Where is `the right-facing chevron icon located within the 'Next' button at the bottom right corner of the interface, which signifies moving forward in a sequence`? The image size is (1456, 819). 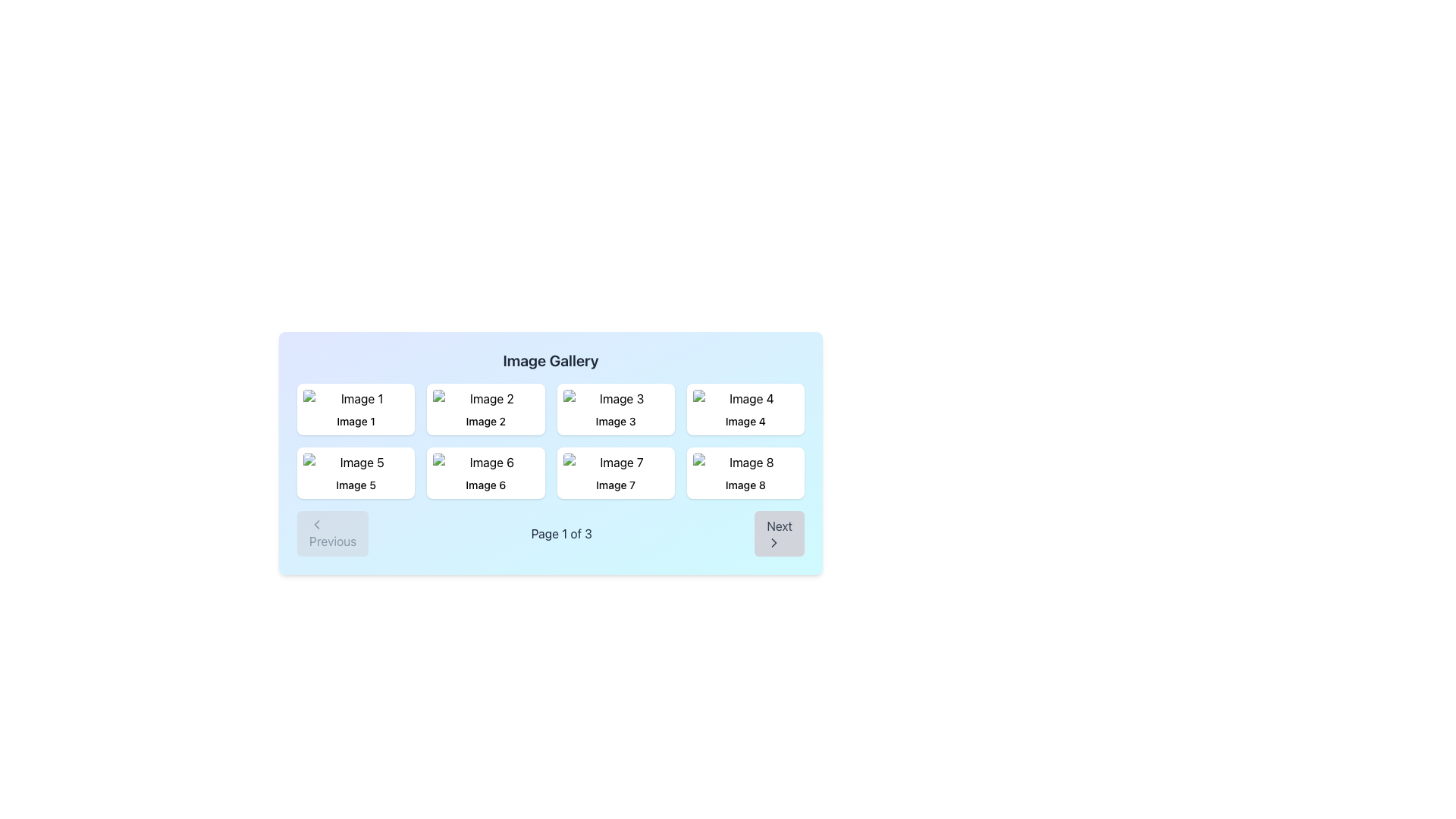 the right-facing chevron icon located within the 'Next' button at the bottom right corner of the interface, which signifies moving forward in a sequence is located at coordinates (774, 542).